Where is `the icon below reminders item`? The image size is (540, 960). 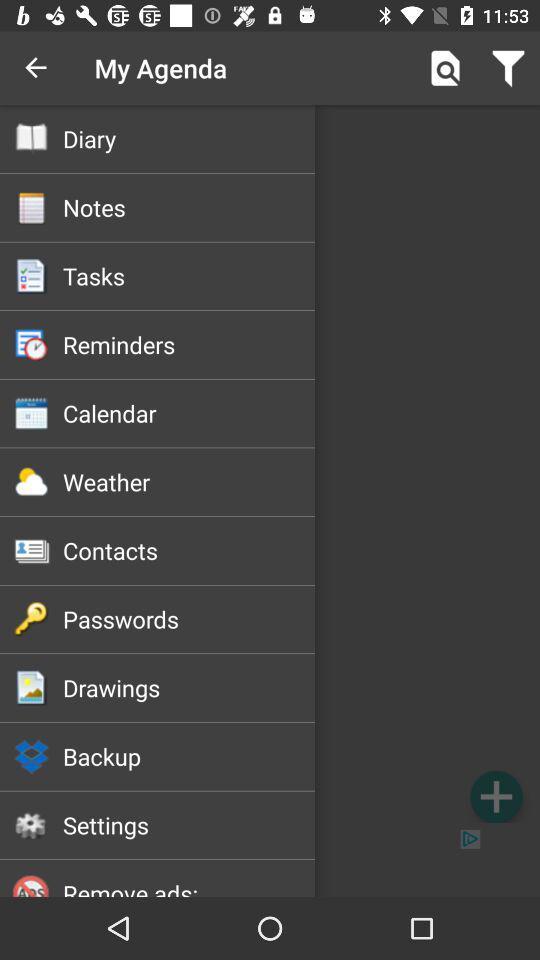
the icon below reminders item is located at coordinates (189, 412).